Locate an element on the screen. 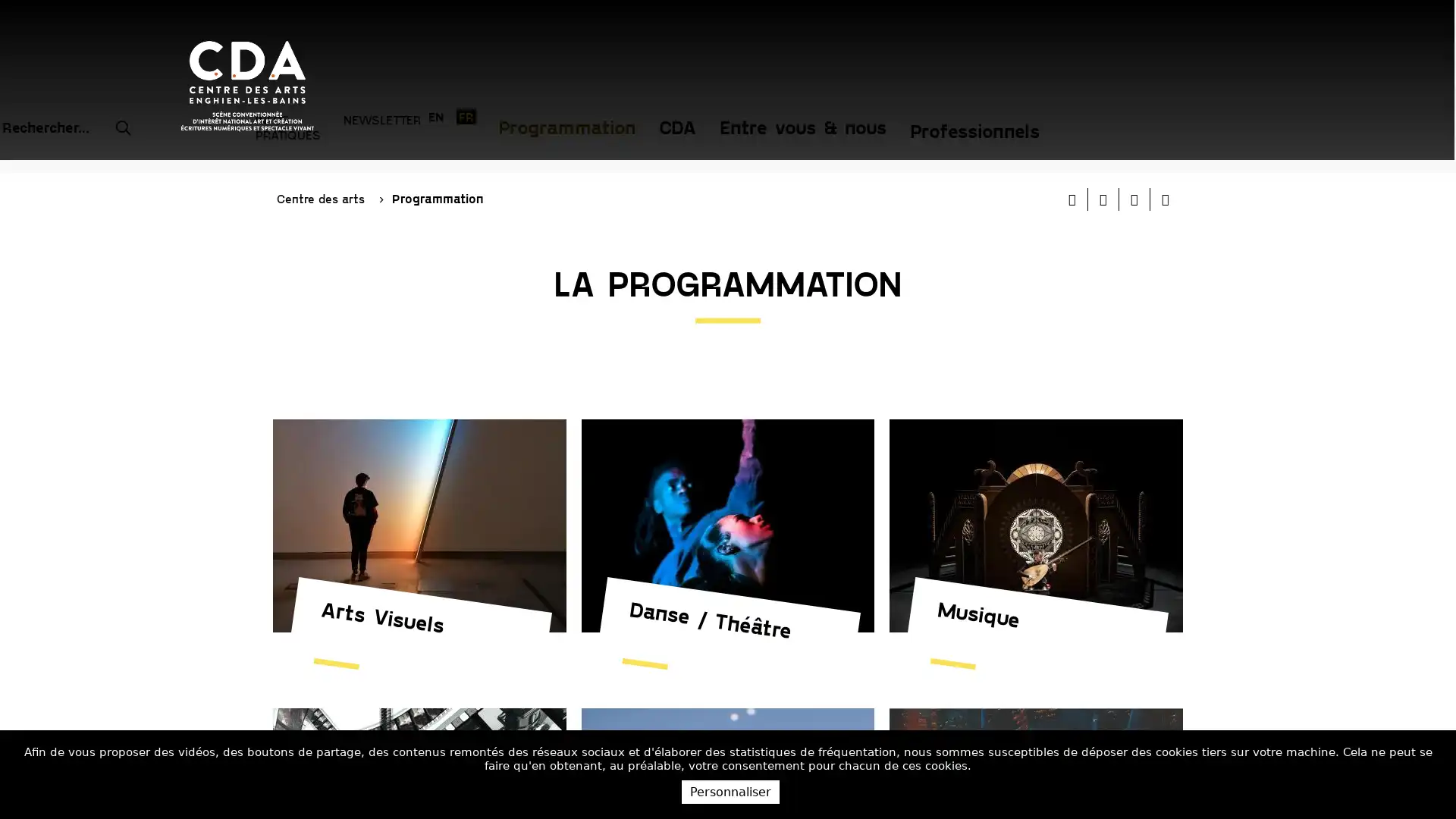 This screenshot has width=1456, height=819. Personnaliser is located at coordinates (730, 791).